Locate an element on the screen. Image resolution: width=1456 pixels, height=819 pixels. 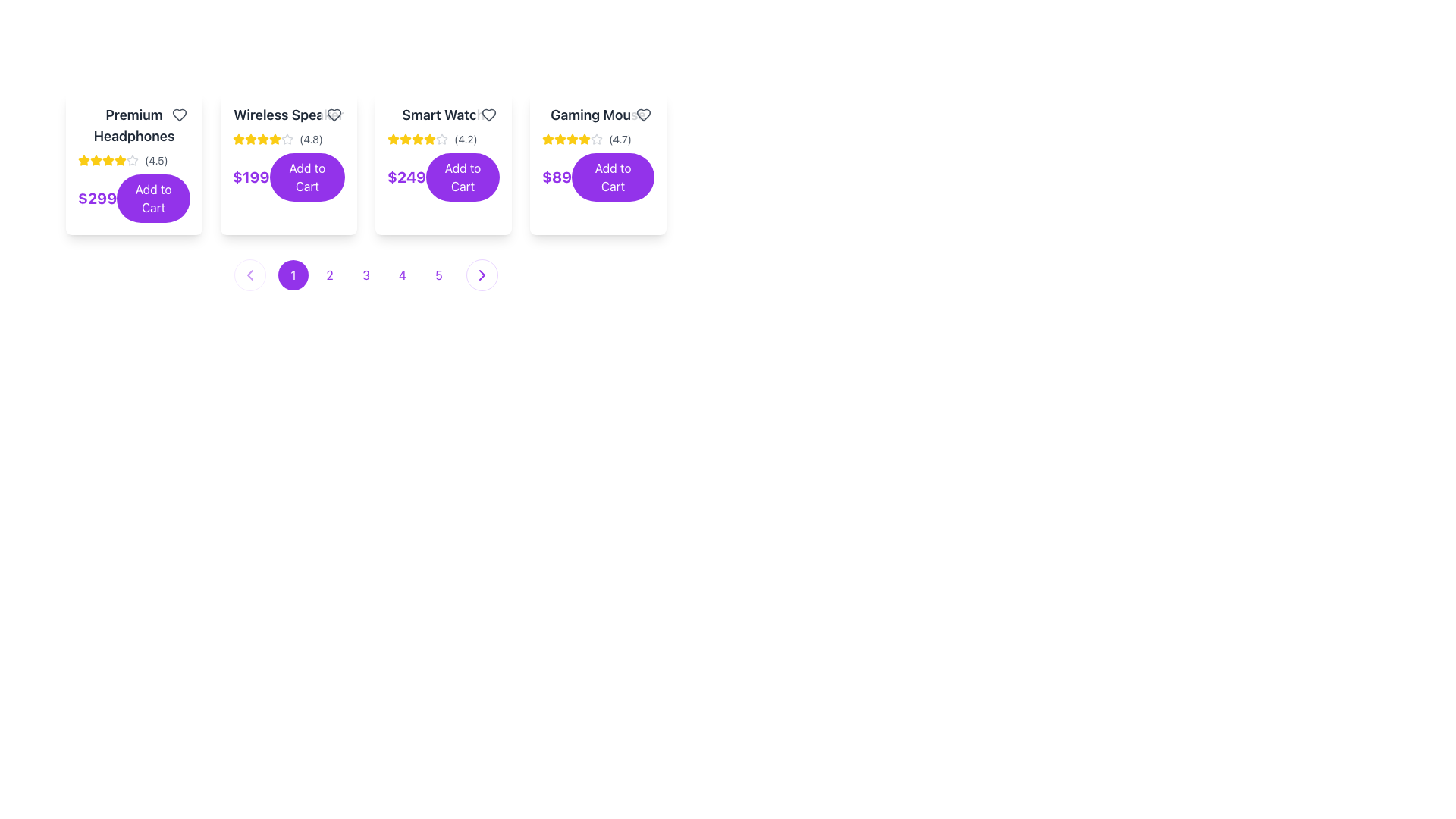
the first yellow star icon in the 'Smart Watch' card section, which is positioned above the purple 'Add to Cart' button and next to the rating text '(4.2)' is located at coordinates (393, 140).